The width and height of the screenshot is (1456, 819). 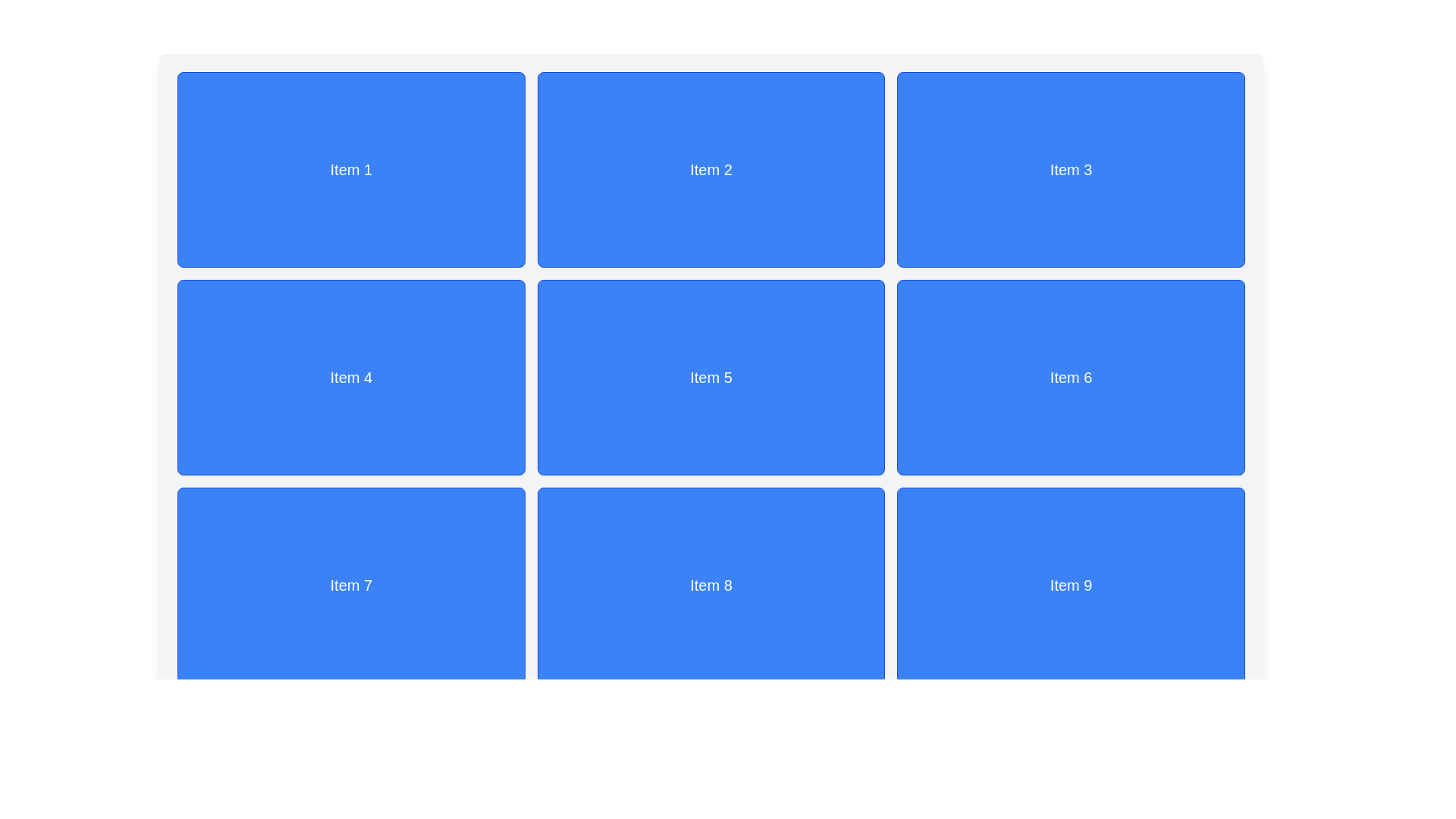 I want to click on the rectangular card with a blue background and the centered white text 'Item 3', located in the first row and third column of a 3x3 grid layout, so click(x=1070, y=169).